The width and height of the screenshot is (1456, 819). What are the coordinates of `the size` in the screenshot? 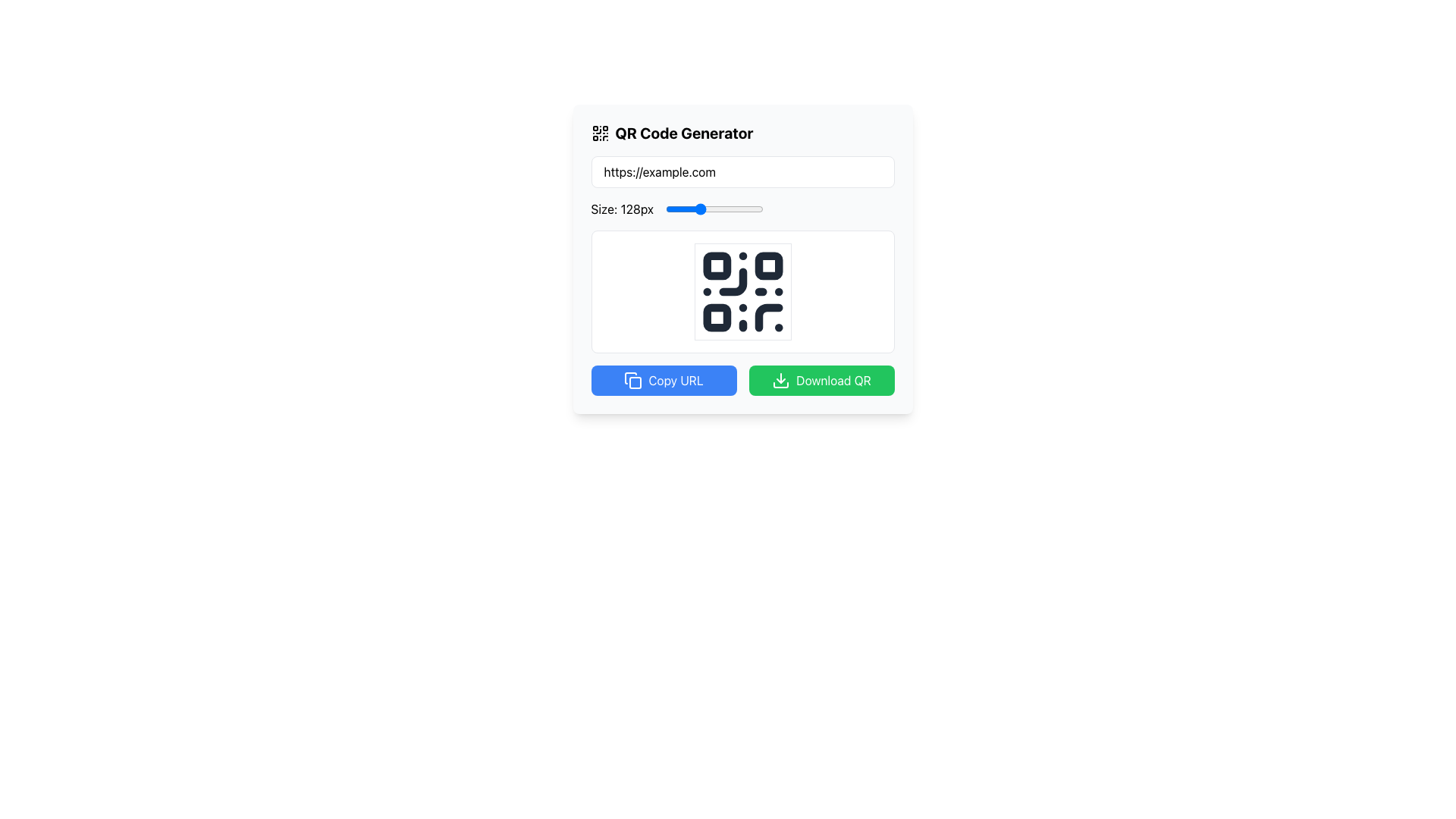 It's located at (732, 209).